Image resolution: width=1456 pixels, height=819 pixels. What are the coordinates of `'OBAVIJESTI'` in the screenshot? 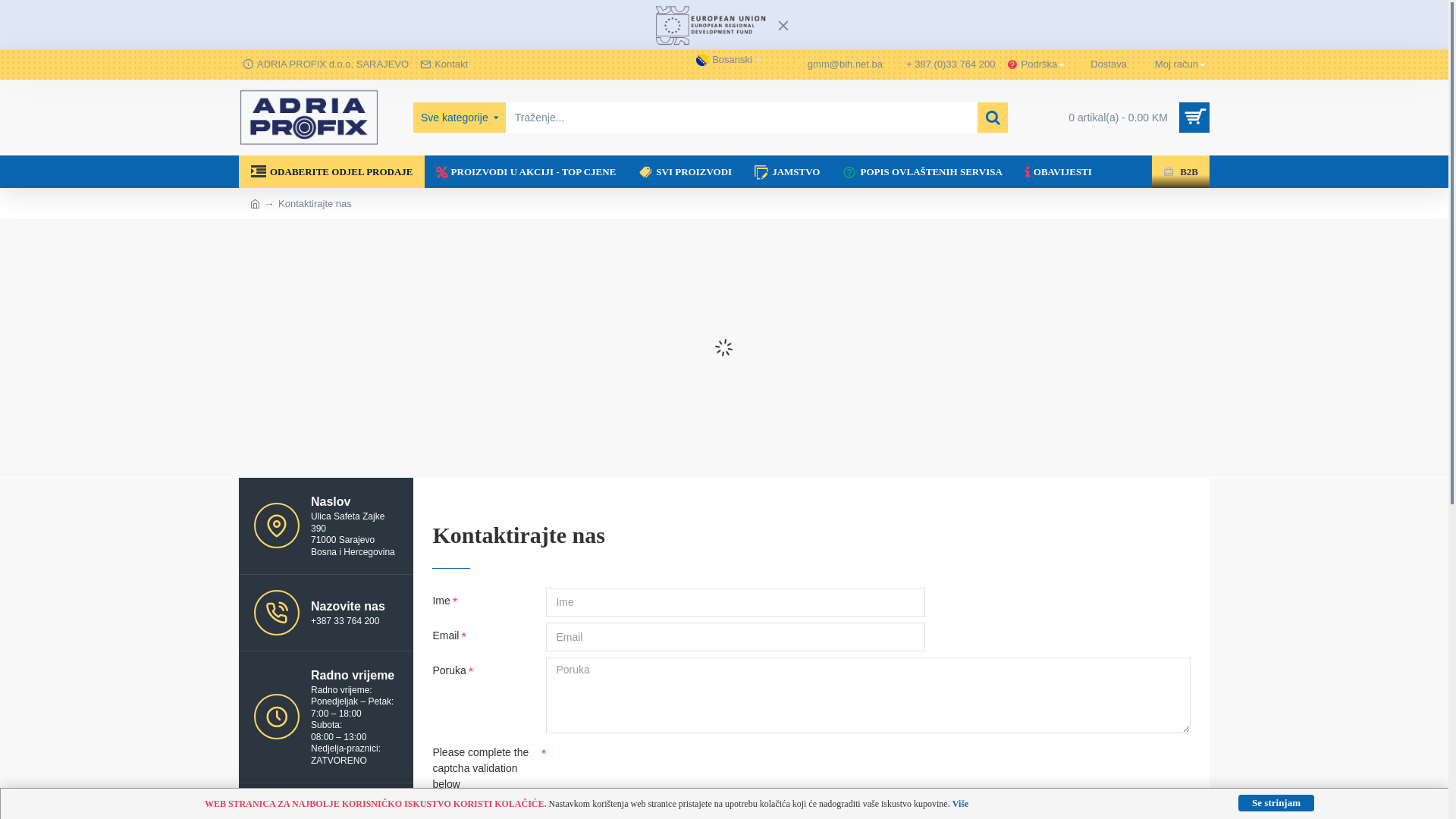 It's located at (1014, 171).